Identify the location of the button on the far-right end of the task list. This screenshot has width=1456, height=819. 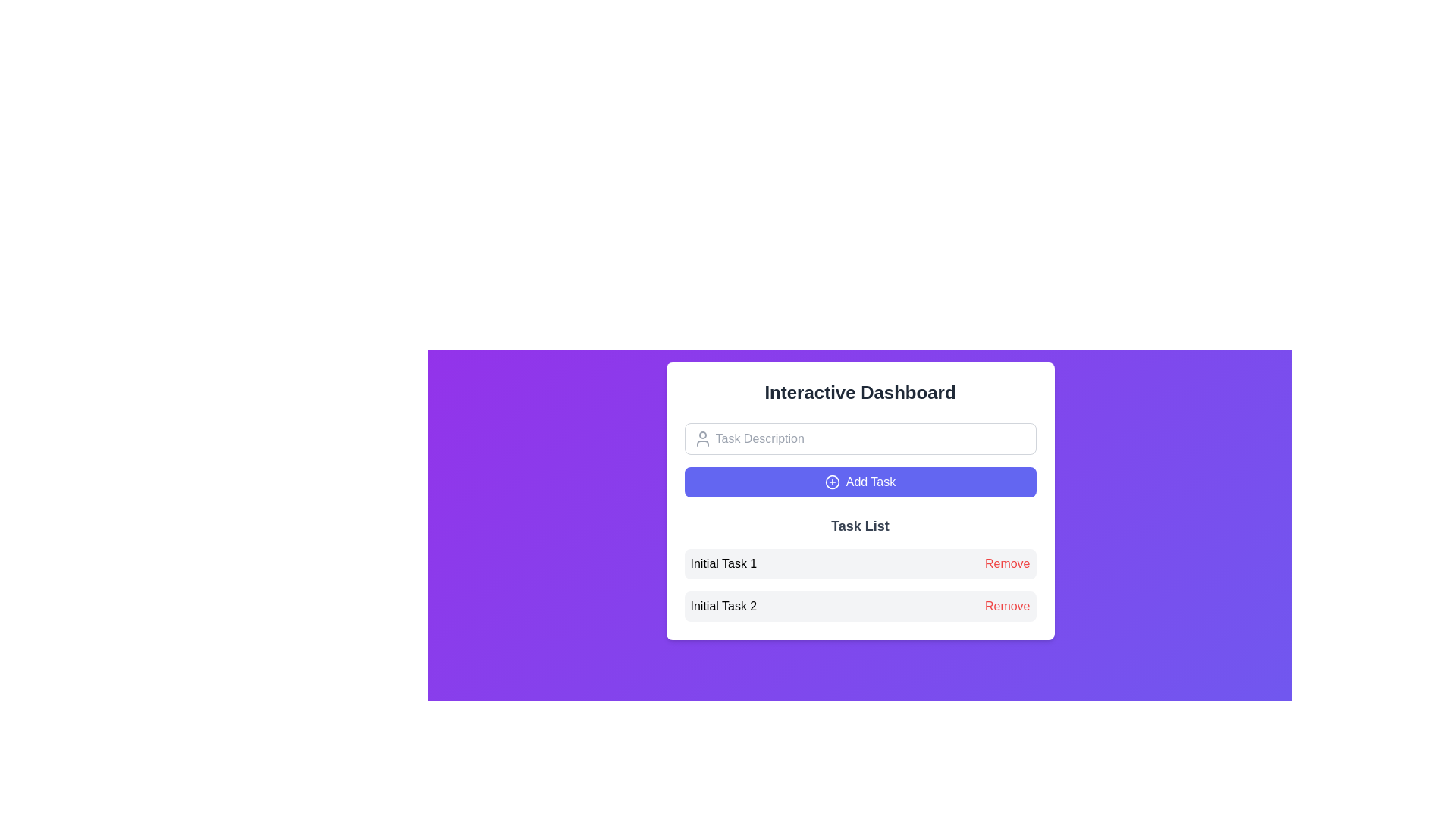
(1007, 564).